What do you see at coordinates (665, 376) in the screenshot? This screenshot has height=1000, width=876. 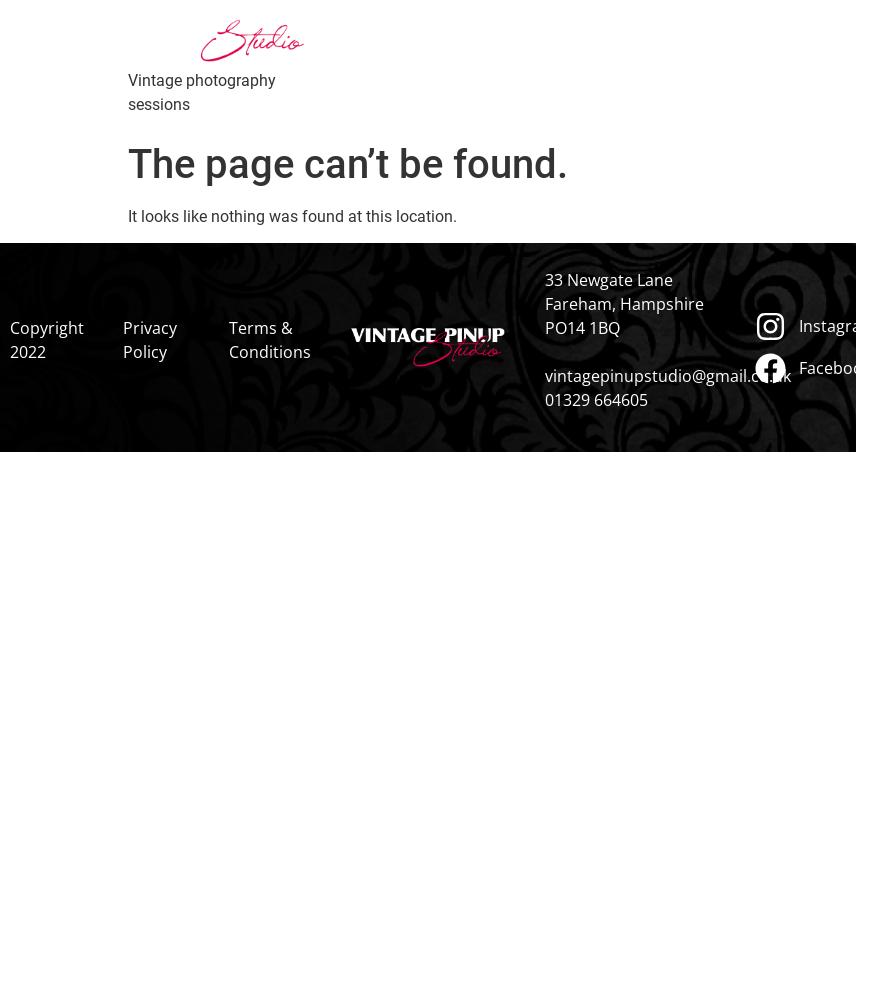 I see `'vintagepinupstudio@gmail.co.uk'` at bounding box center [665, 376].